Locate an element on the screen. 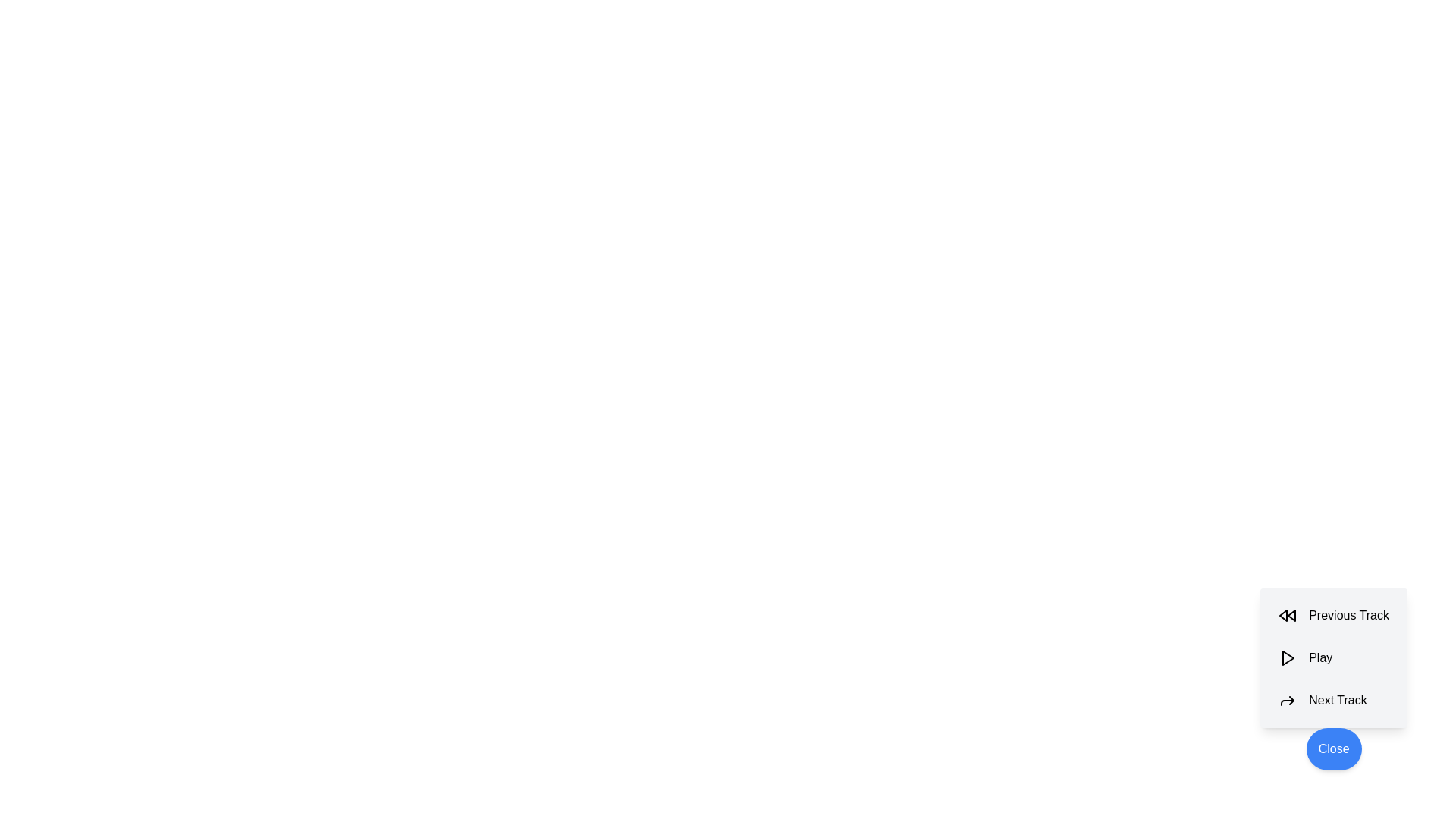 The image size is (1456, 819). the 'Previous Track' label in the playback control menu, which indicates its function to navigate to the previous track in a media playlist is located at coordinates (1349, 616).